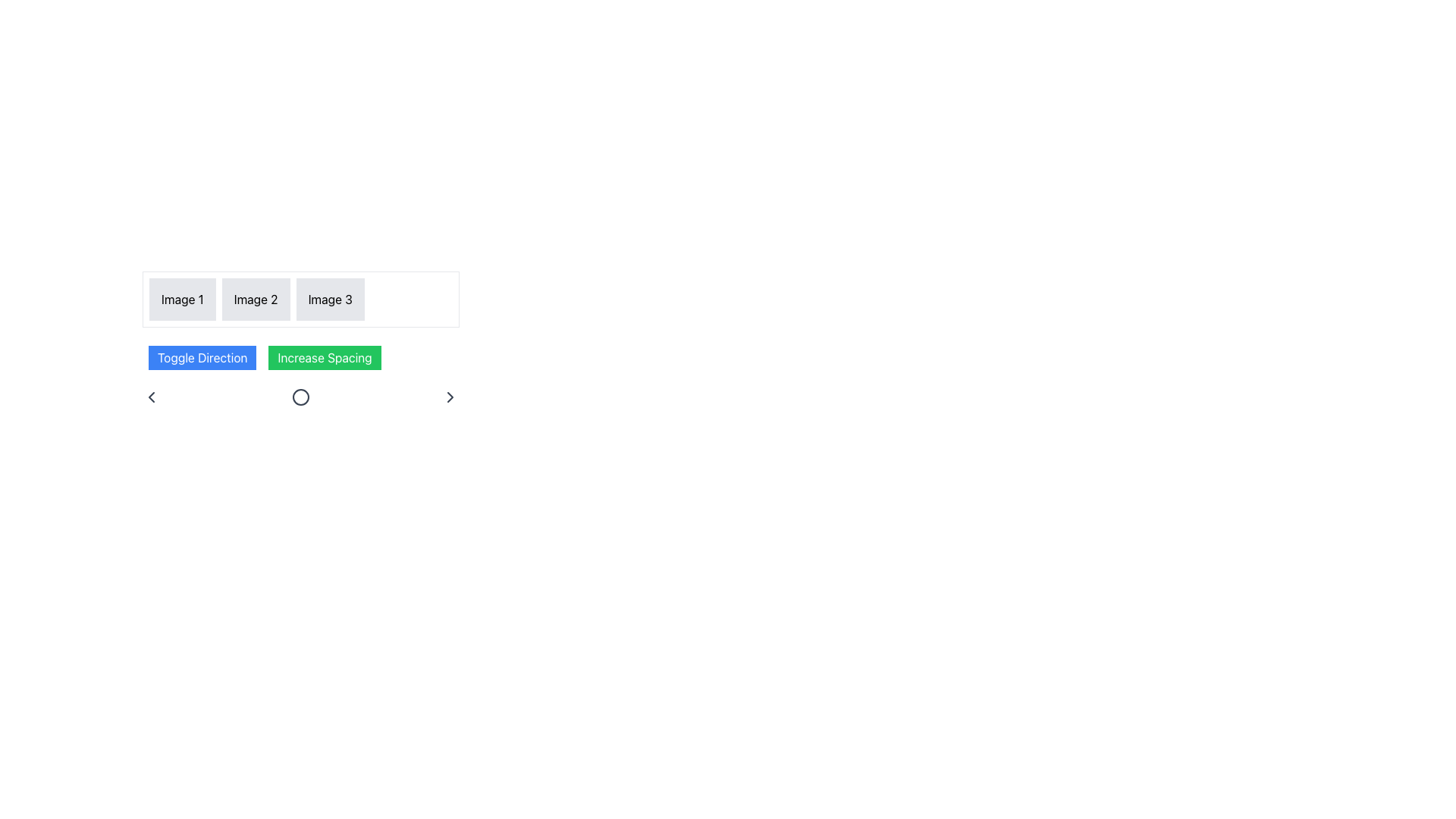 This screenshot has width=1456, height=819. I want to click on the green button labeled 'Increase Spacing', so click(324, 357).